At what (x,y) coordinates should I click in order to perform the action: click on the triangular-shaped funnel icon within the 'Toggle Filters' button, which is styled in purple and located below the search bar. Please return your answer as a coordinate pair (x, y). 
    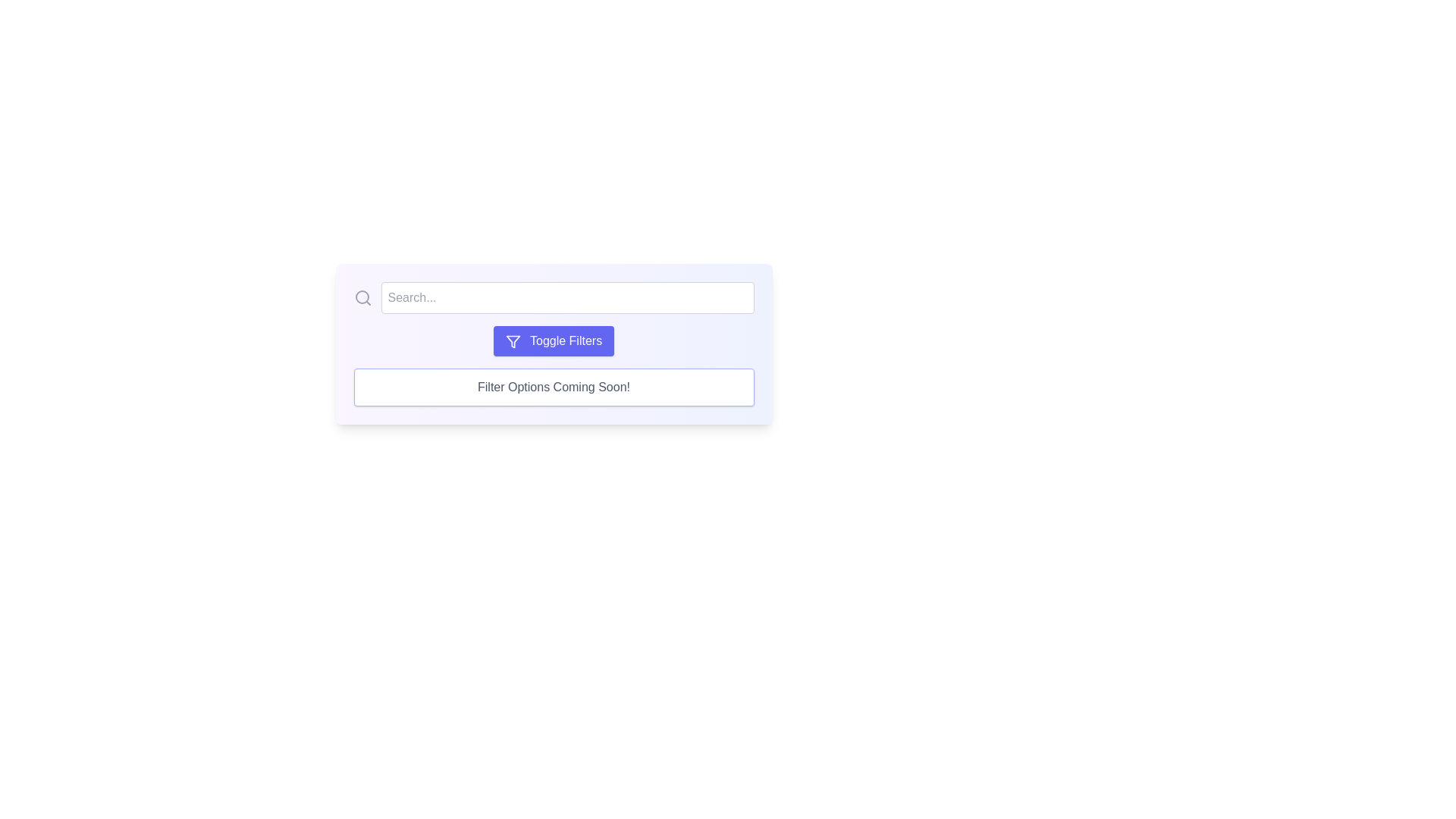
    Looking at the image, I should click on (513, 341).